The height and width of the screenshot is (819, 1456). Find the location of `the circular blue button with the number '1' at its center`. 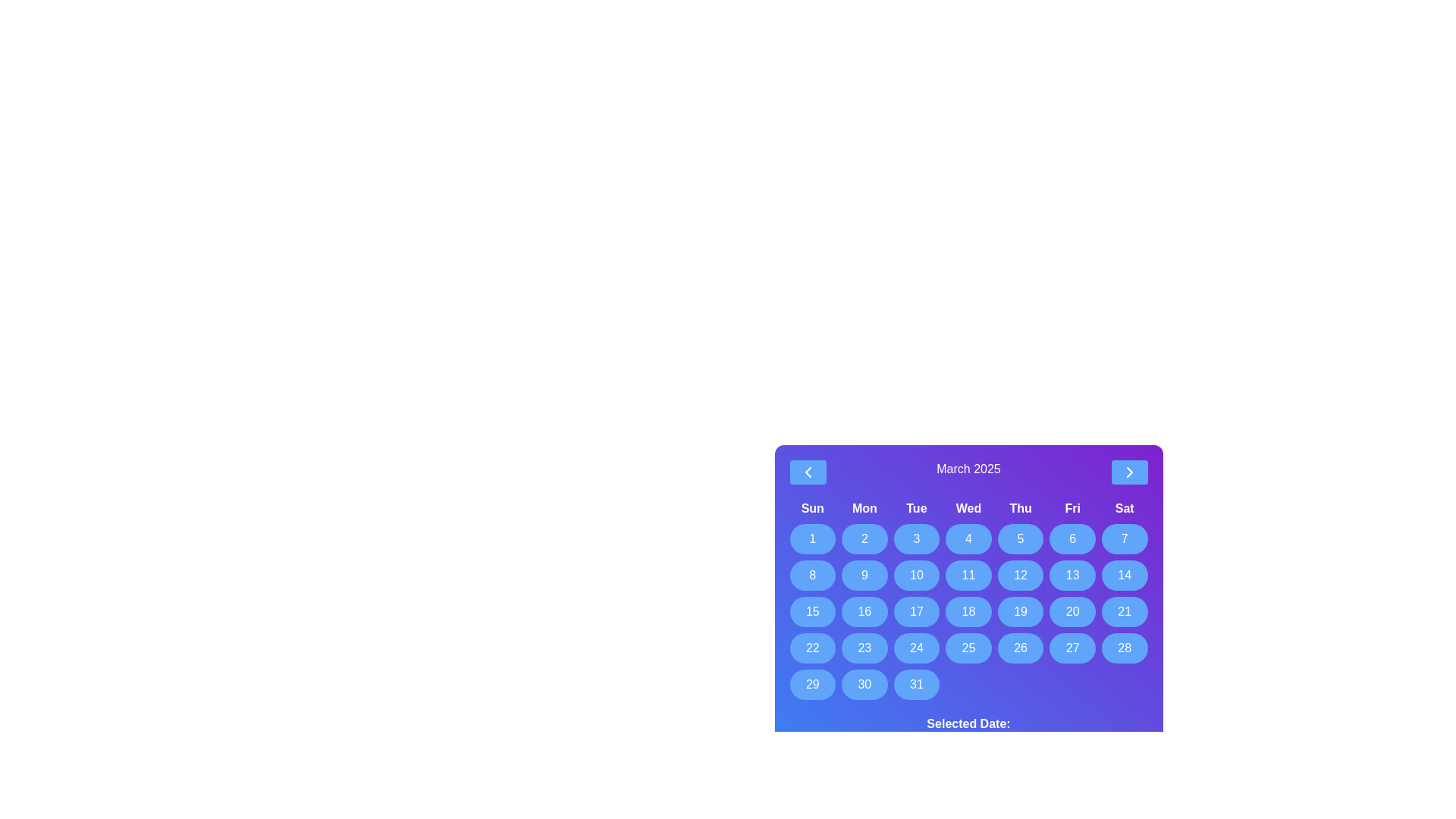

the circular blue button with the number '1' at its center is located at coordinates (811, 538).